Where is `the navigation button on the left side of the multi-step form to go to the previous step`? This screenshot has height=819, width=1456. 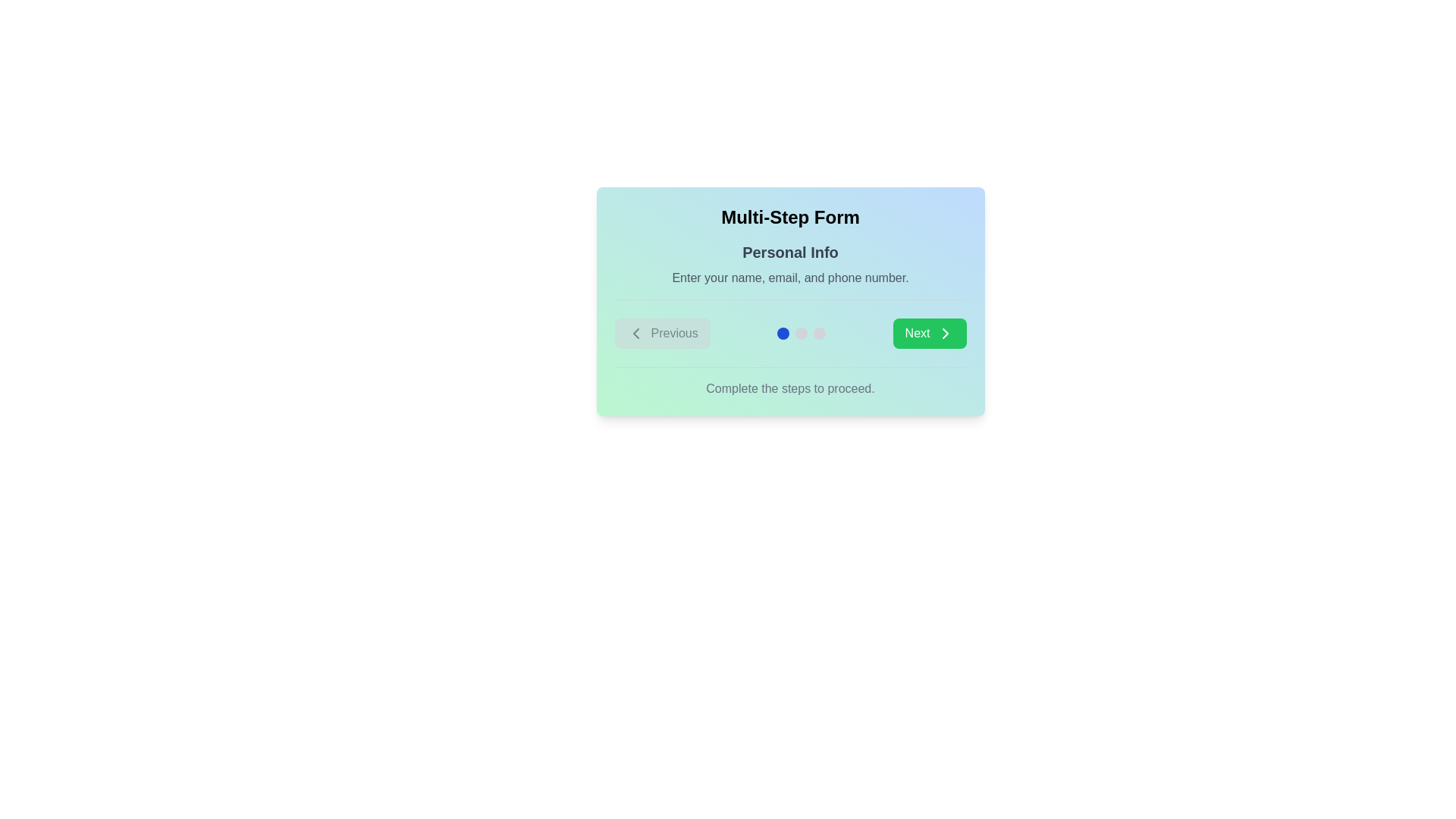
the navigation button on the left side of the multi-step form to go to the previous step is located at coordinates (662, 332).